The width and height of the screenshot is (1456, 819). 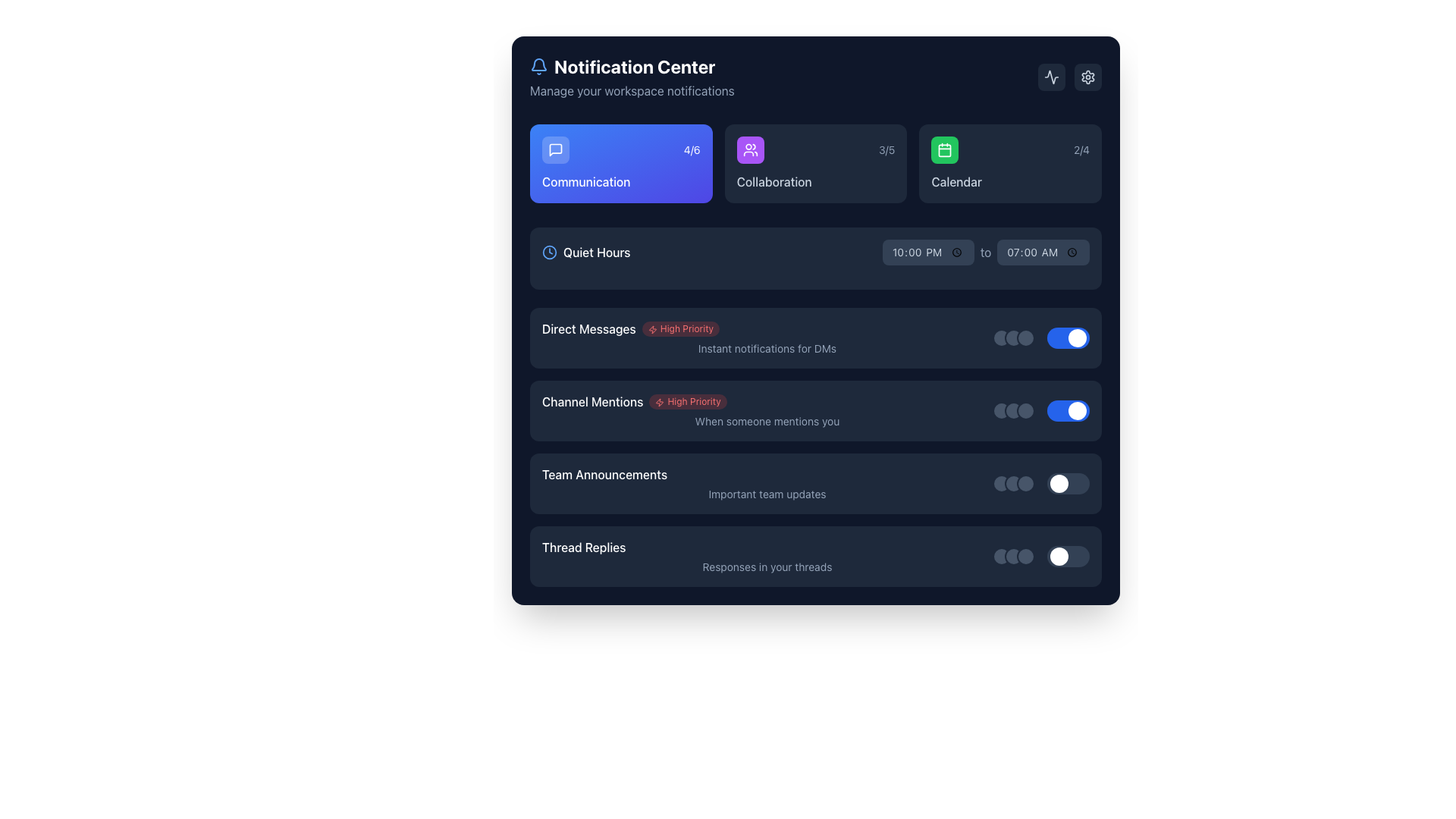 I want to click on information from the notification card for direct messages, which is the first element in the list with a toggle switch, so click(x=814, y=337).